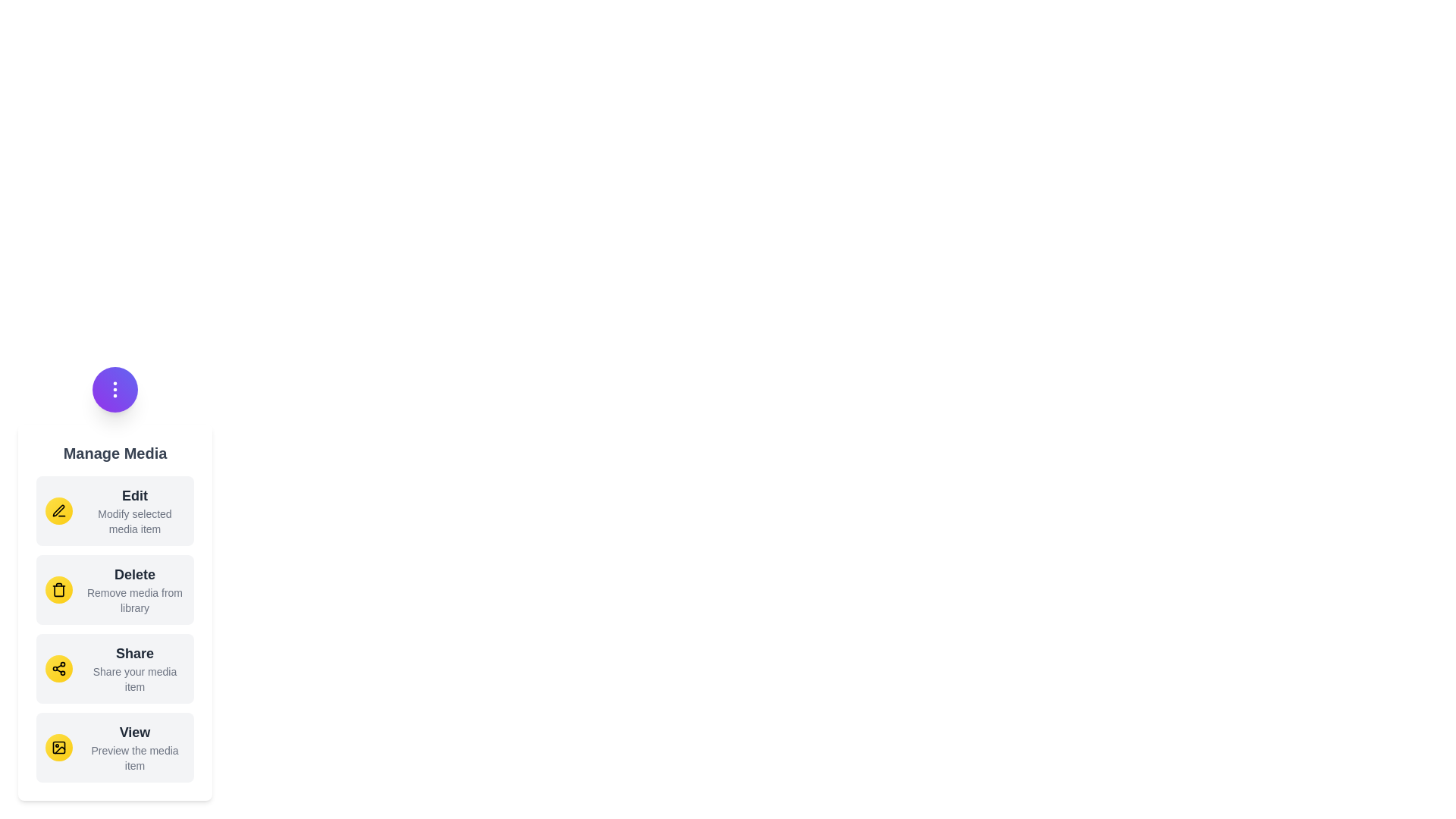  Describe the element at coordinates (115, 668) in the screenshot. I see `the 'Share' button in the menu` at that location.